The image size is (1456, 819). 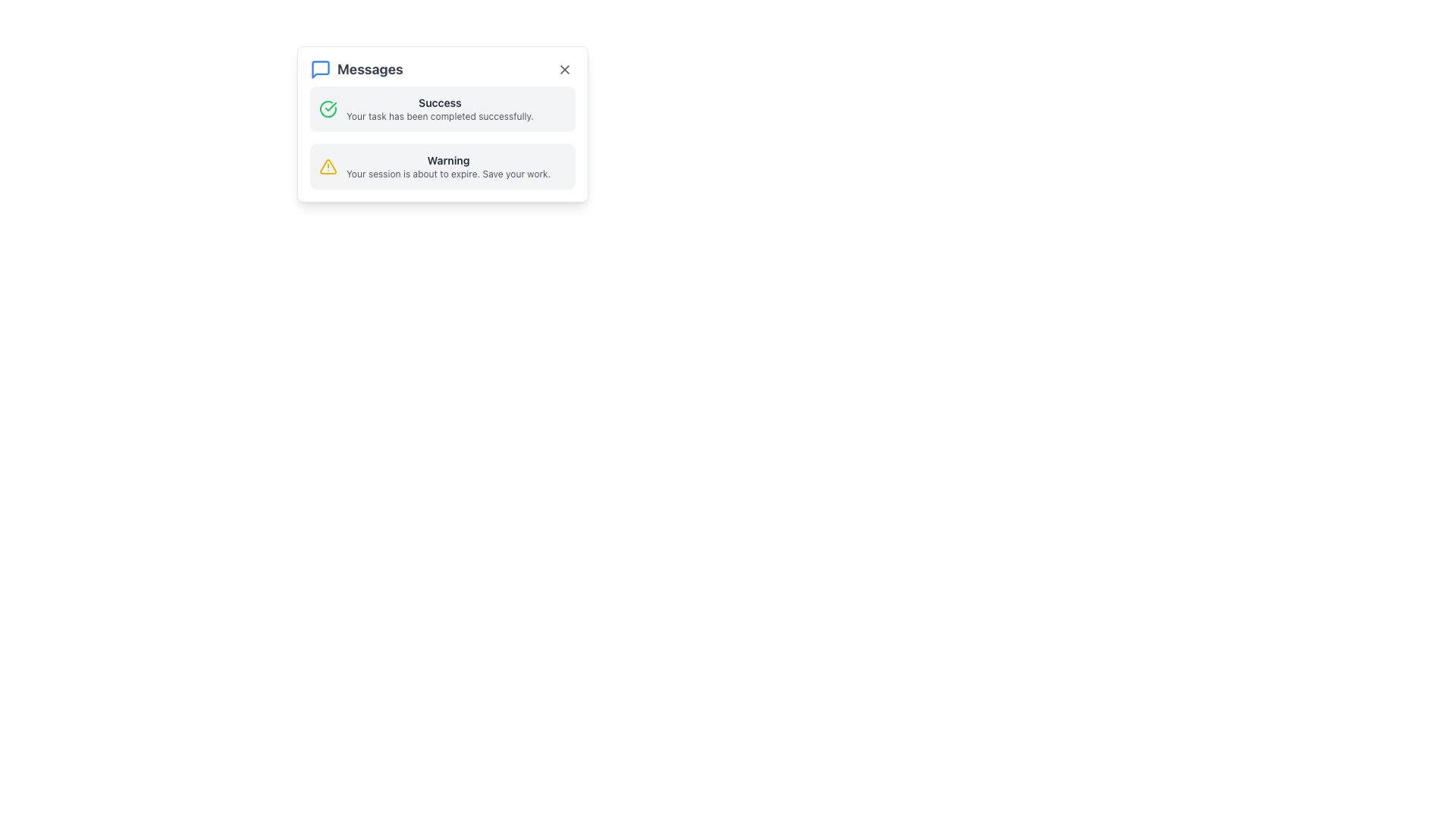 What do you see at coordinates (439, 116) in the screenshot?
I see `the text label that provides clarification and detail about the successful completion of a task, located within the 'Success' message block of the notification panel` at bounding box center [439, 116].